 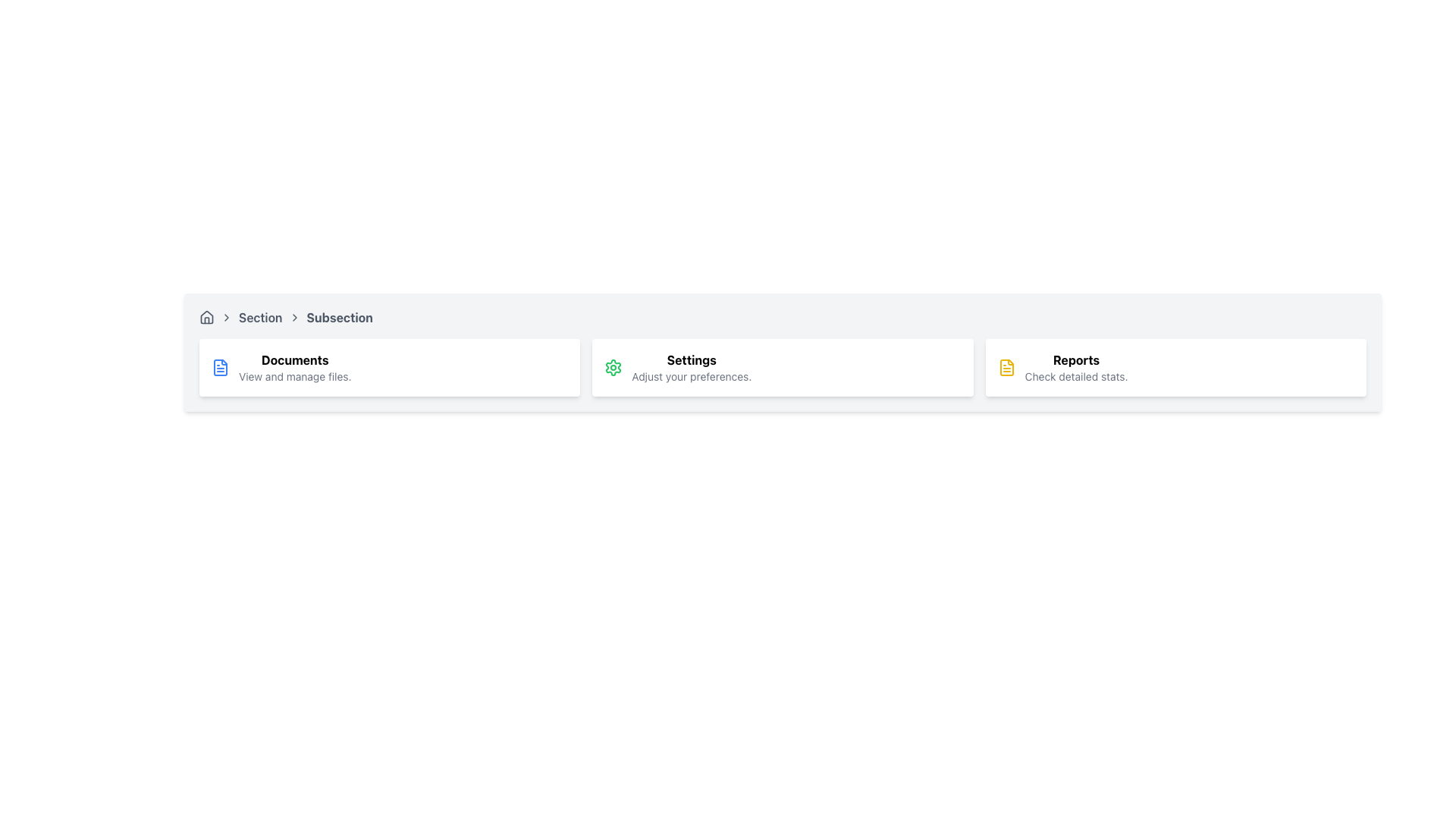 What do you see at coordinates (1006, 368) in the screenshot?
I see `the 'Reports' icon located at the left end of the 'Reports' section in the rightmost card under the 'Subsection'` at bounding box center [1006, 368].